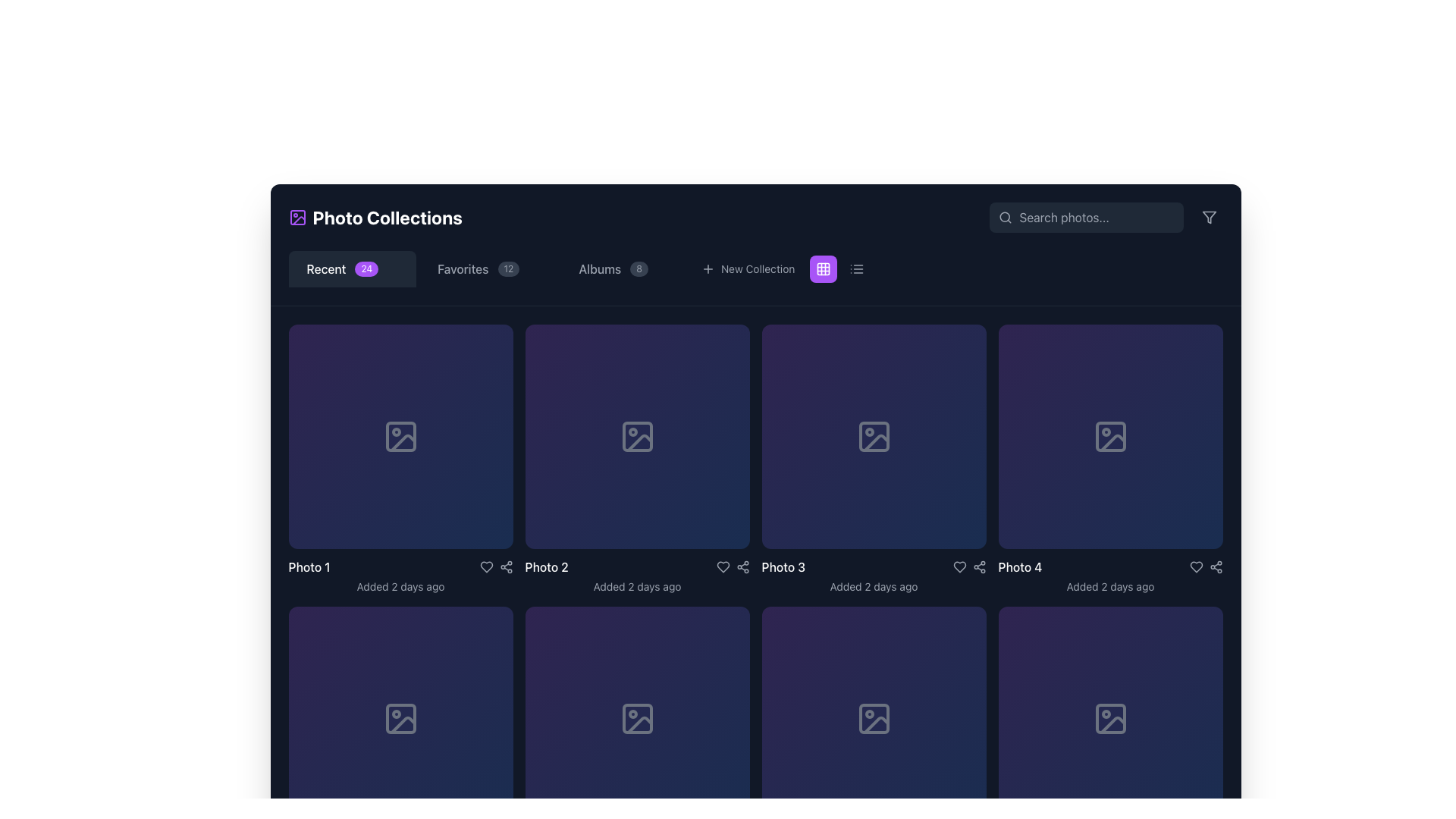 Image resolution: width=1456 pixels, height=819 pixels. What do you see at coordinates (959, 567) in the screenshot?
I see `the interactive heart icon located in the bottom row of UI controls for 'Photo 4' to observe the color change` at bounding box center [959, 567].